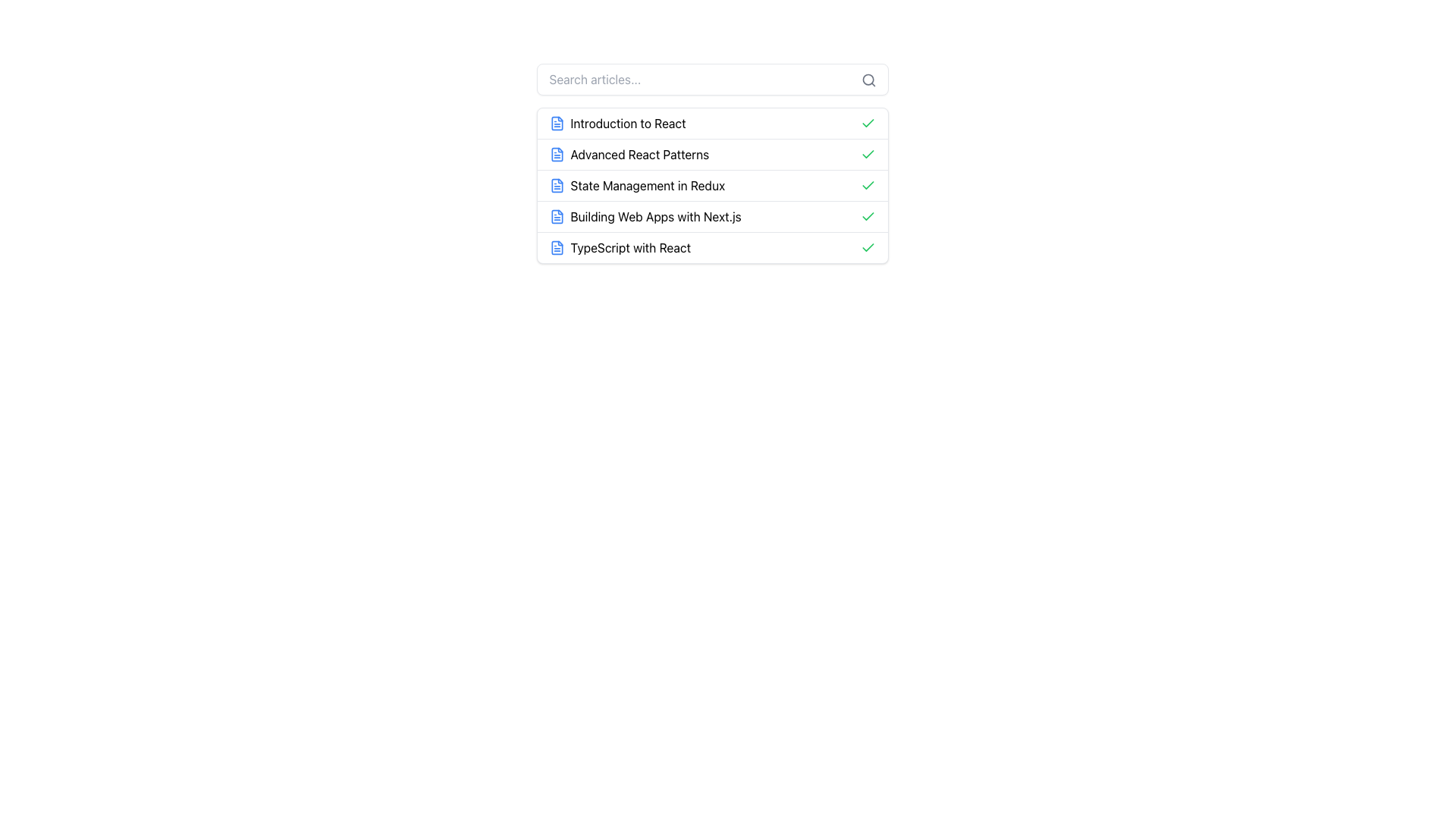  I want to click on the fourth list item in the vertically stacked list, located between 'State Management in Redux' and 'TypeScript with React', so click(645, 216).